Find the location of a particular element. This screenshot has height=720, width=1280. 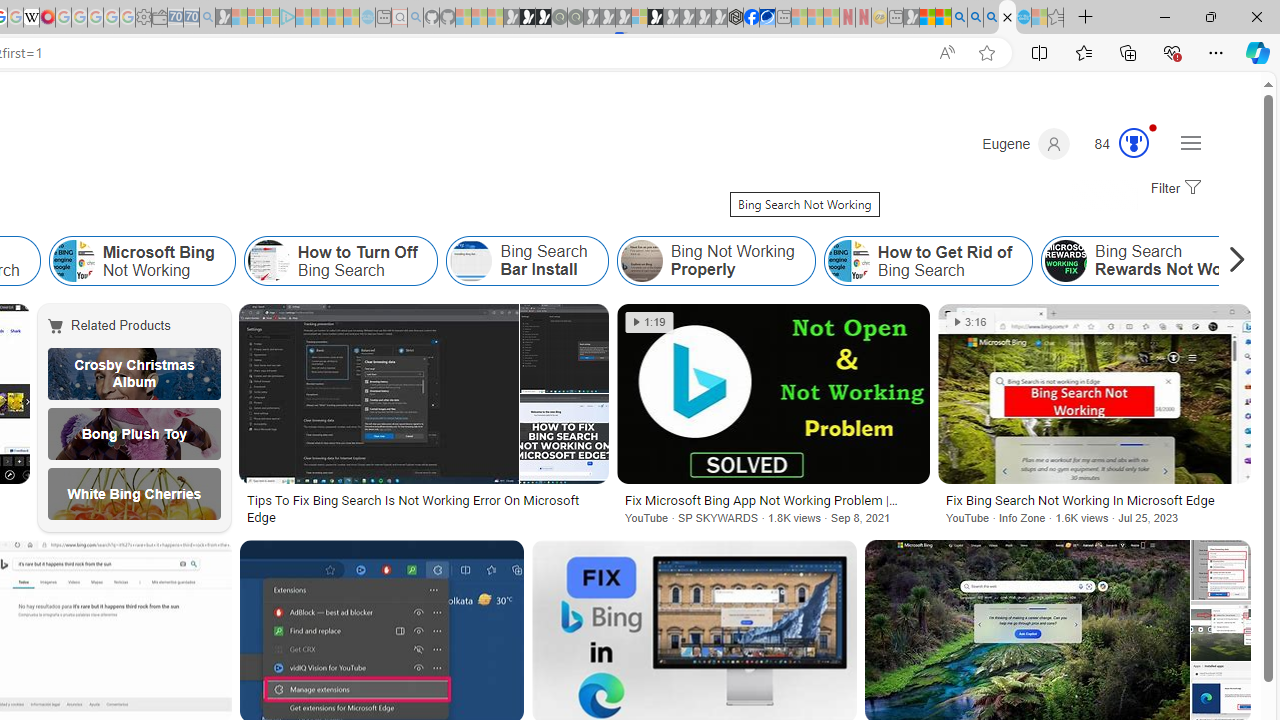

'How to Turn Off Bing Search' is located at coordinates (341, 260).